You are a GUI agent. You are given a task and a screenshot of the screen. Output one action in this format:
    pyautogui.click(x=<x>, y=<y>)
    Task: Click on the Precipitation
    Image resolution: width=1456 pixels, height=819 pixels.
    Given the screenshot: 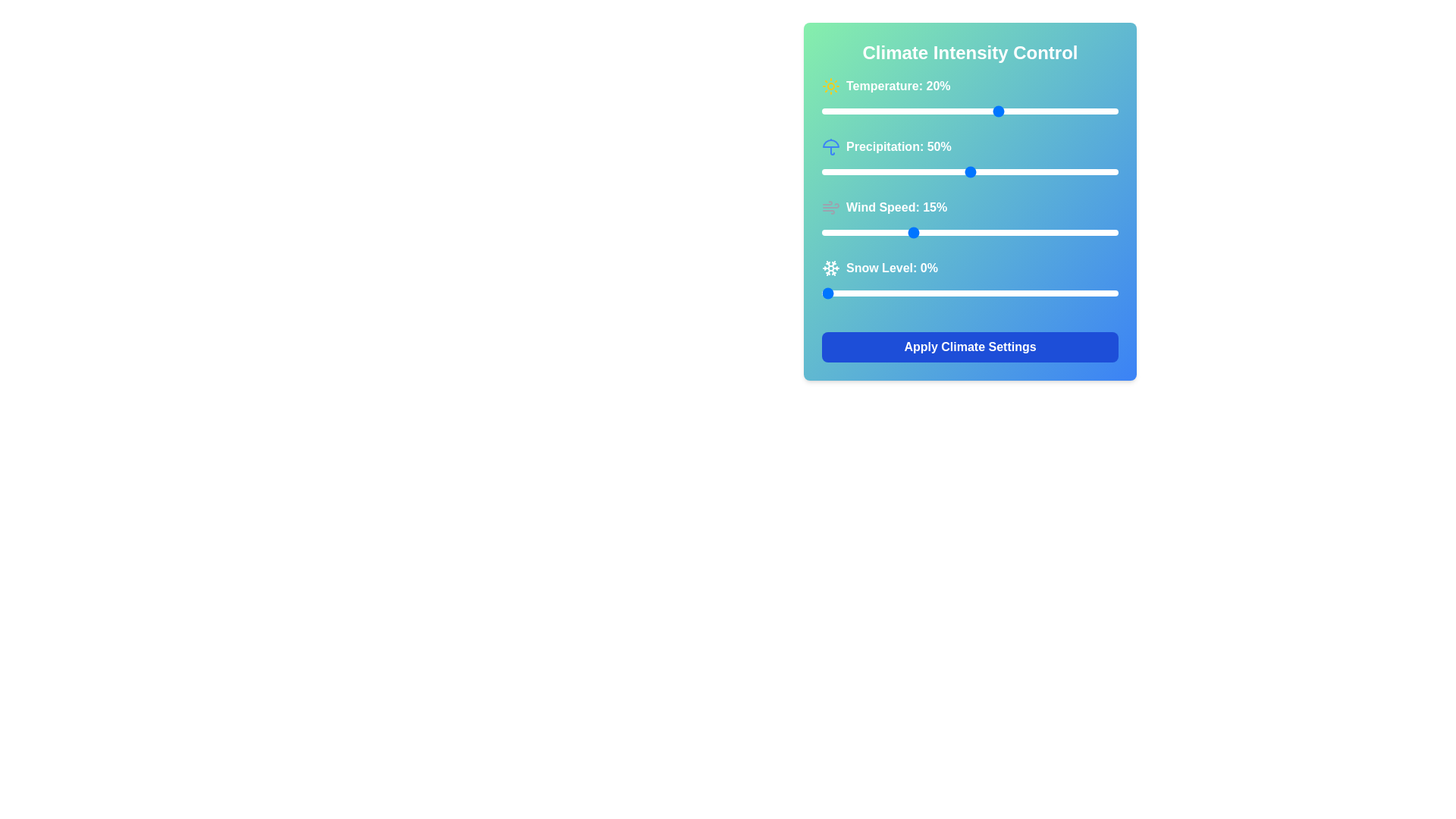 What is the action you would take?
    pyautogui.click(x=990, y=171)
    